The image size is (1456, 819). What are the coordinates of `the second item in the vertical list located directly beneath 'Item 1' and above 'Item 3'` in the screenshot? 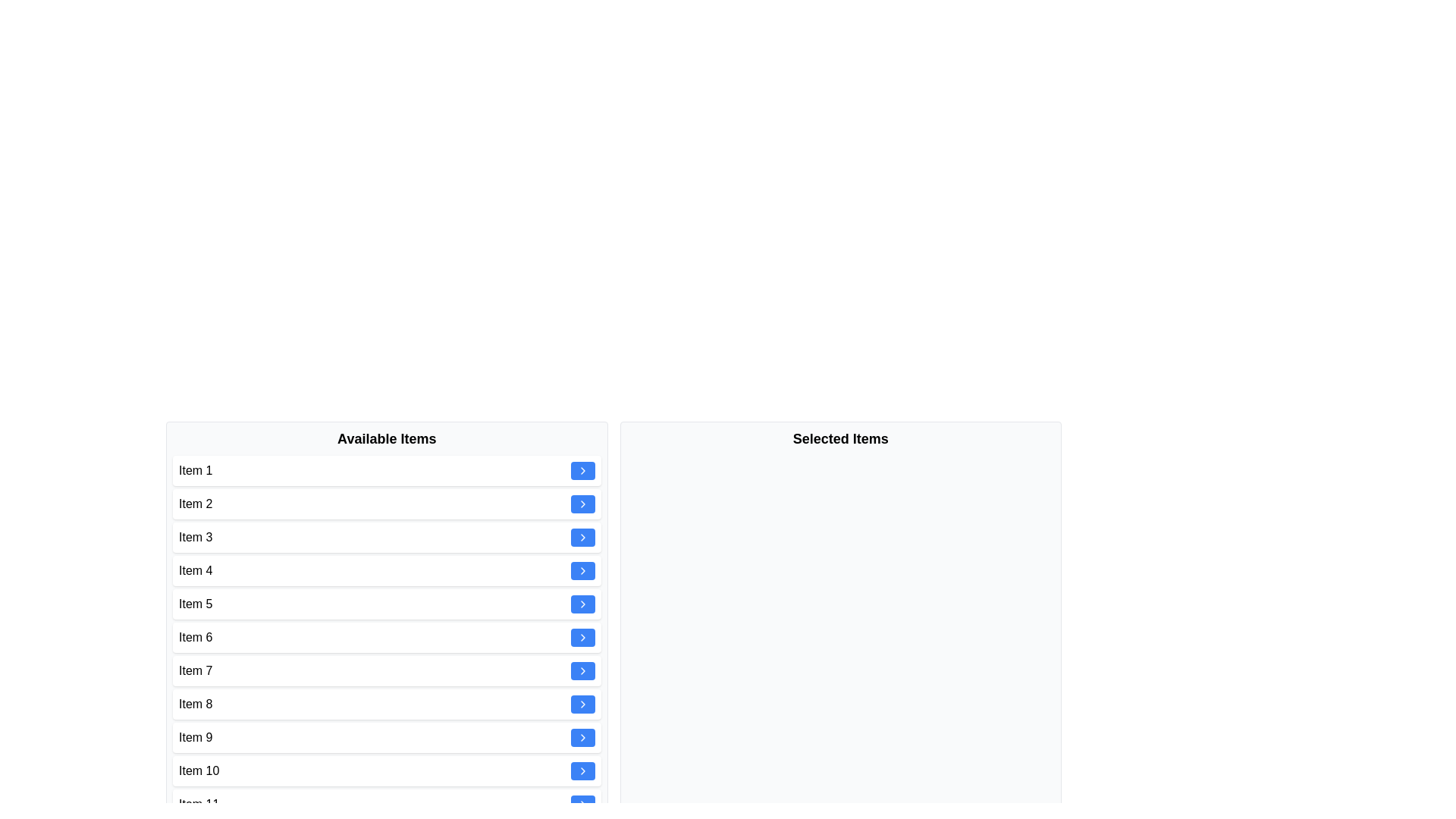 It's located at (387, 504).